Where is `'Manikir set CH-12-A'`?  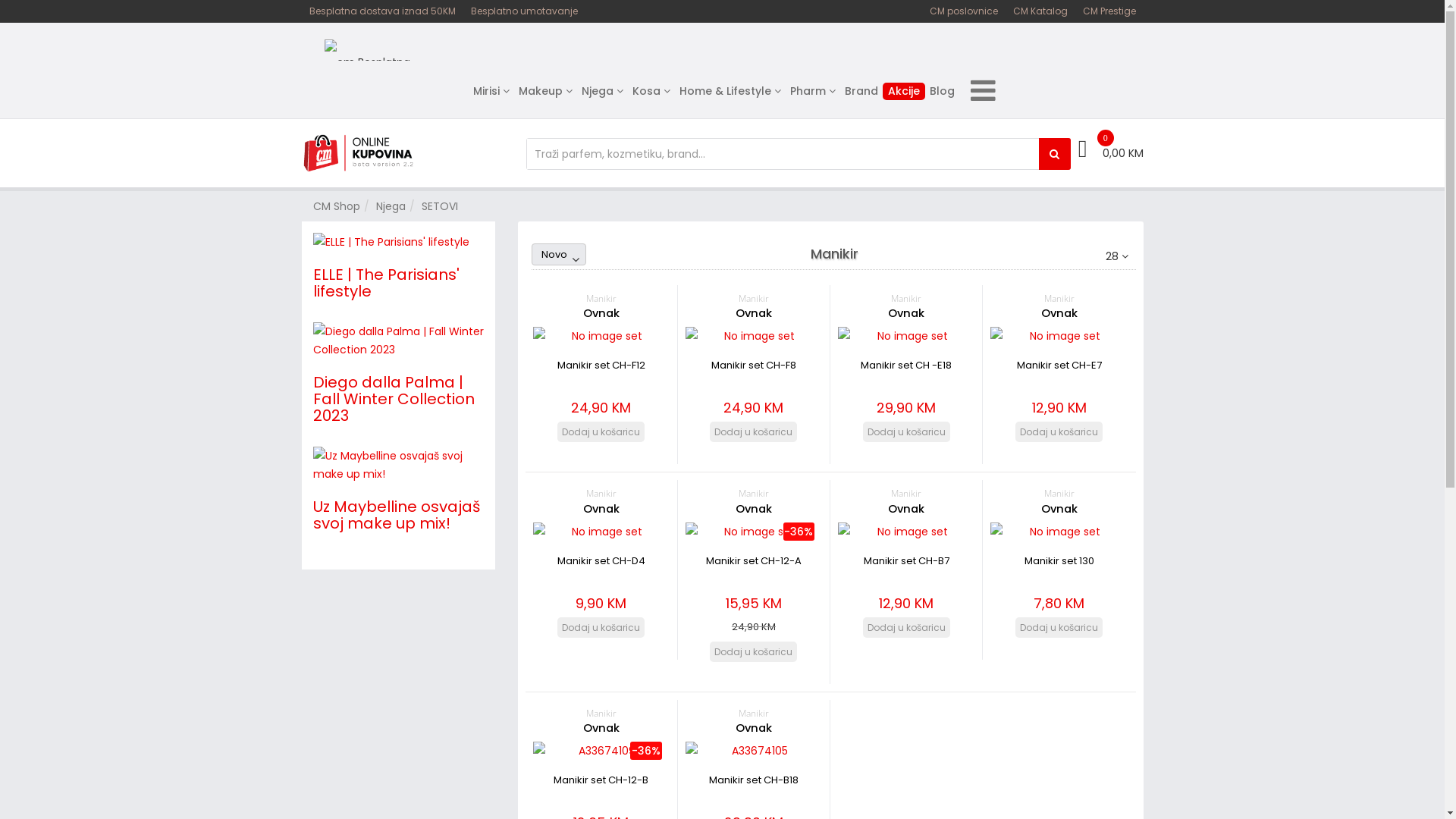
'Manikir set CH-12-A' is located at coordinates (753, 560).